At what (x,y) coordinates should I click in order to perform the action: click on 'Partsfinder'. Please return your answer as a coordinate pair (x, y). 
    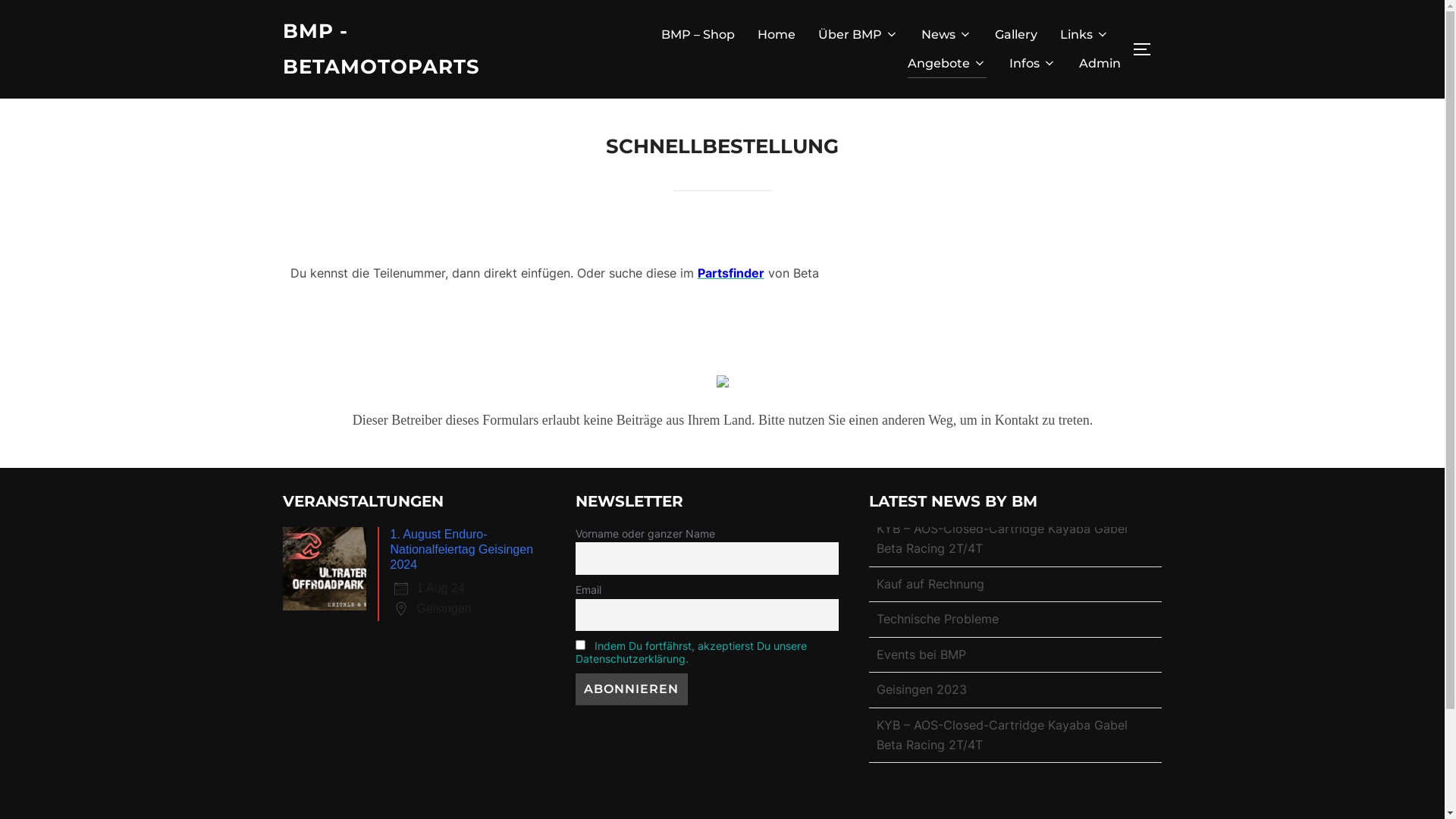
    Looking at the image, I should click on (731, 271).